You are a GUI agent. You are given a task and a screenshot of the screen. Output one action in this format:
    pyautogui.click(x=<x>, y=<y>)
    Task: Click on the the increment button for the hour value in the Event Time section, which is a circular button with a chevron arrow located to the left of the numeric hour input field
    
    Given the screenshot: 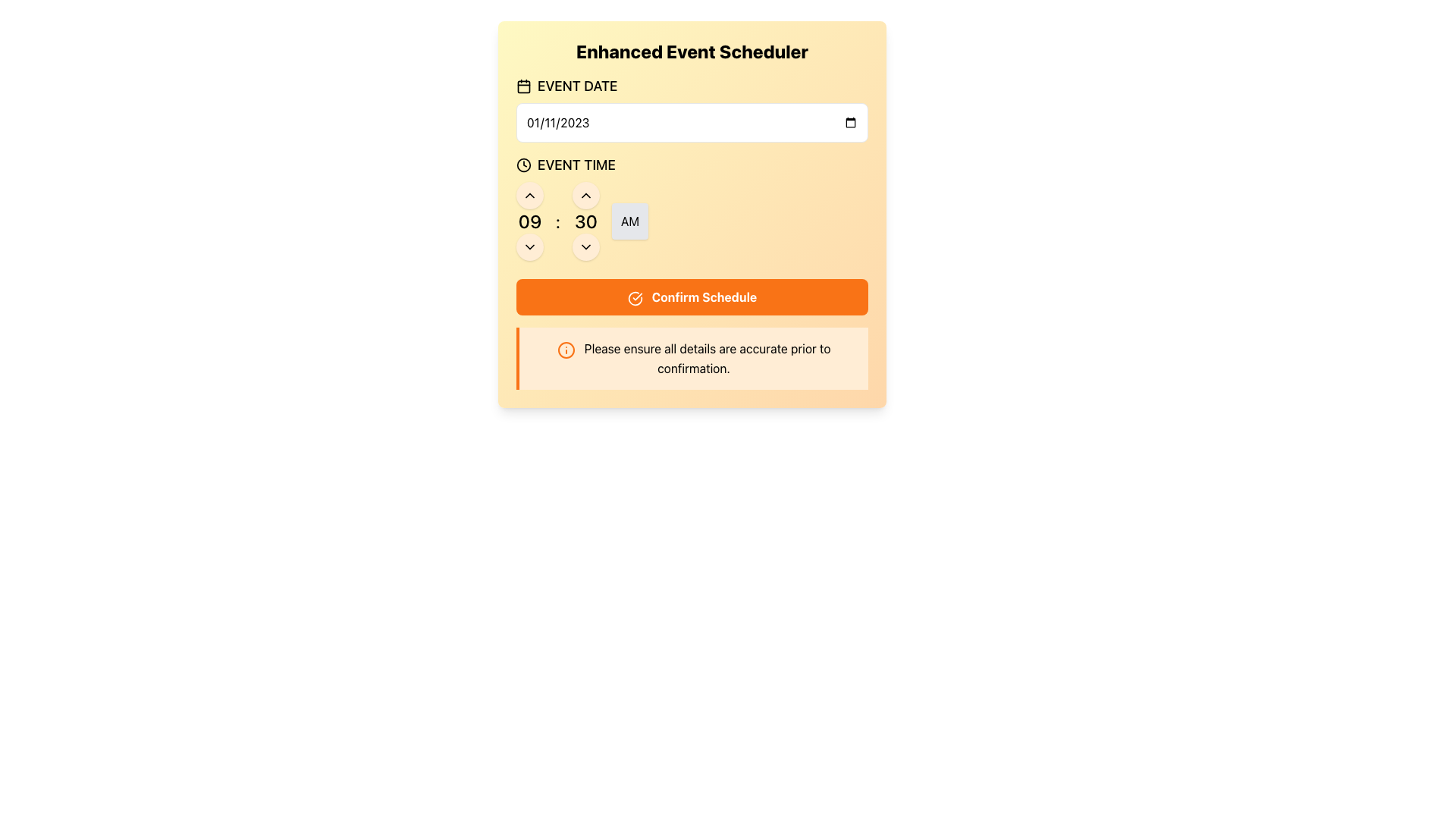 What is the action you would take?
    pyautogui.click(x=585, y=195)
    